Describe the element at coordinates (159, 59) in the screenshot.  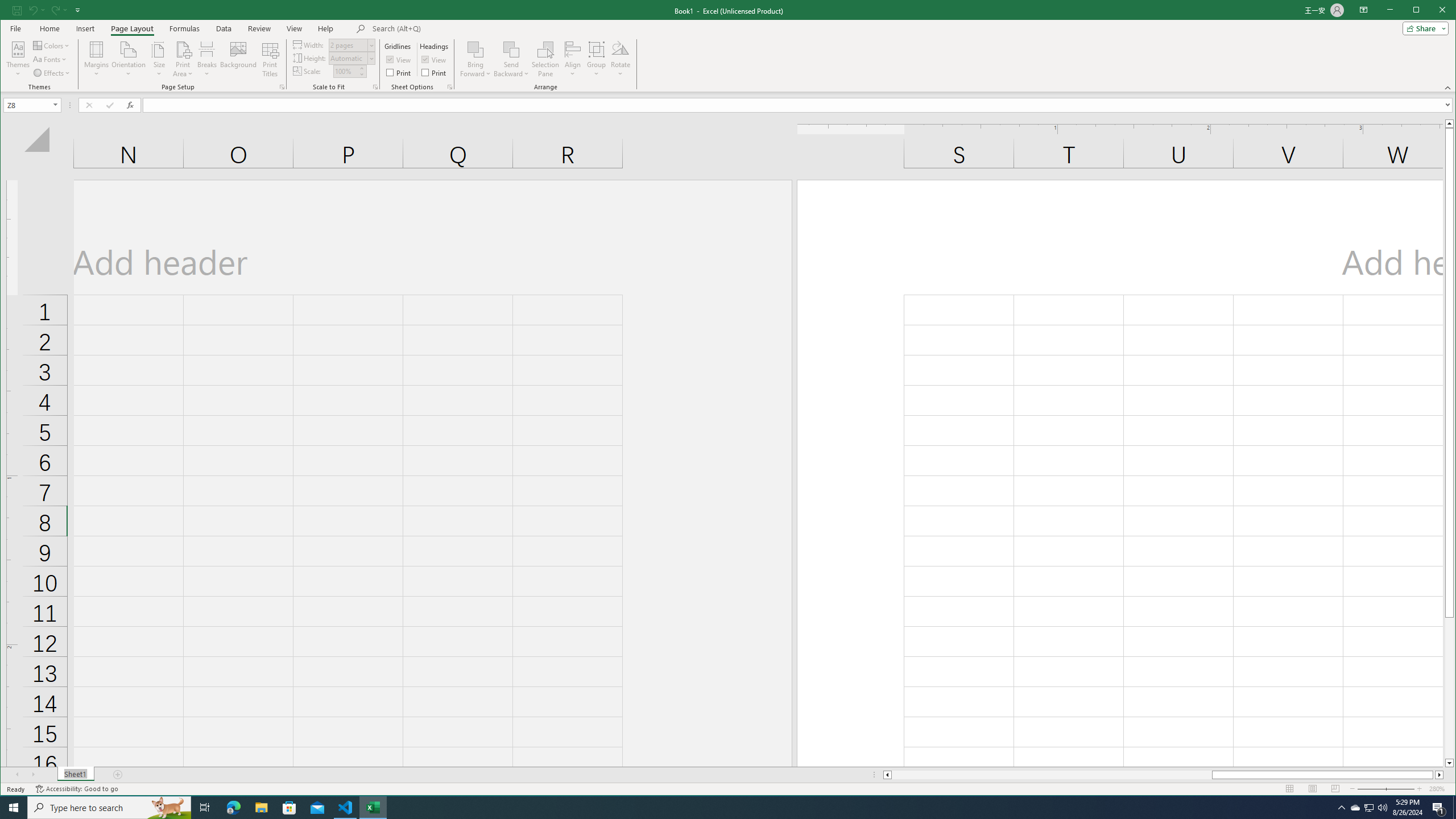
I see `'Size'` at that location.